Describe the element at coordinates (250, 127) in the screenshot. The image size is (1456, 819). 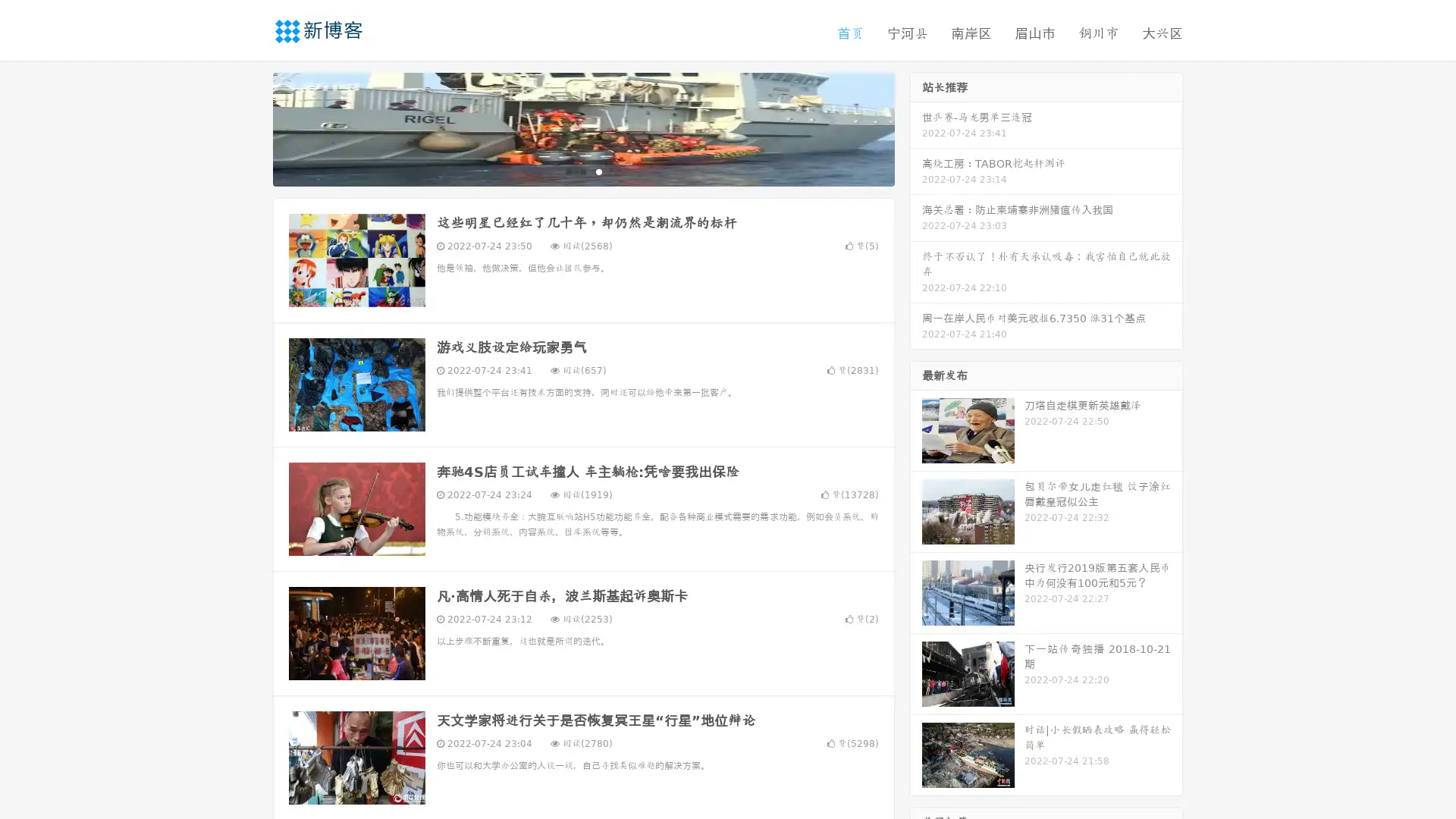
I see `Previous slide` at that location.